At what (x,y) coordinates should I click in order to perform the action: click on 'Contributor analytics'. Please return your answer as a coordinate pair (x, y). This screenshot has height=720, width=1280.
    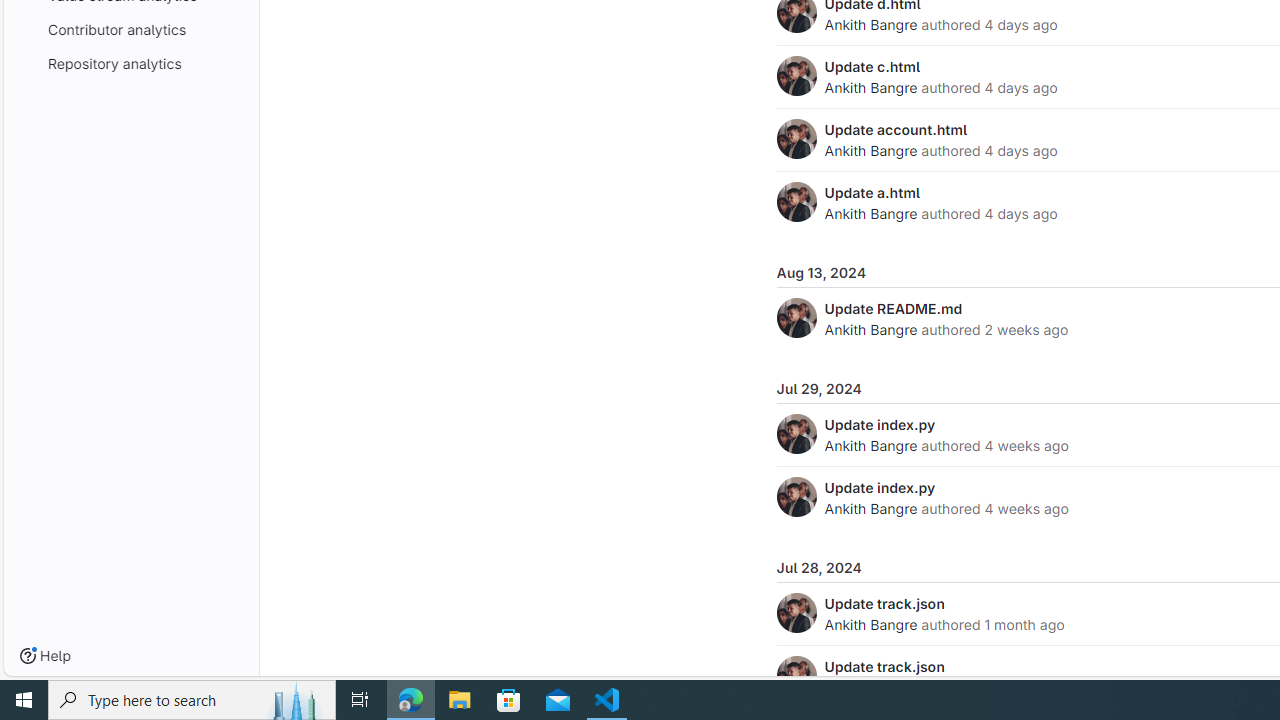
    Looking at the image, I should click on (130, 28).